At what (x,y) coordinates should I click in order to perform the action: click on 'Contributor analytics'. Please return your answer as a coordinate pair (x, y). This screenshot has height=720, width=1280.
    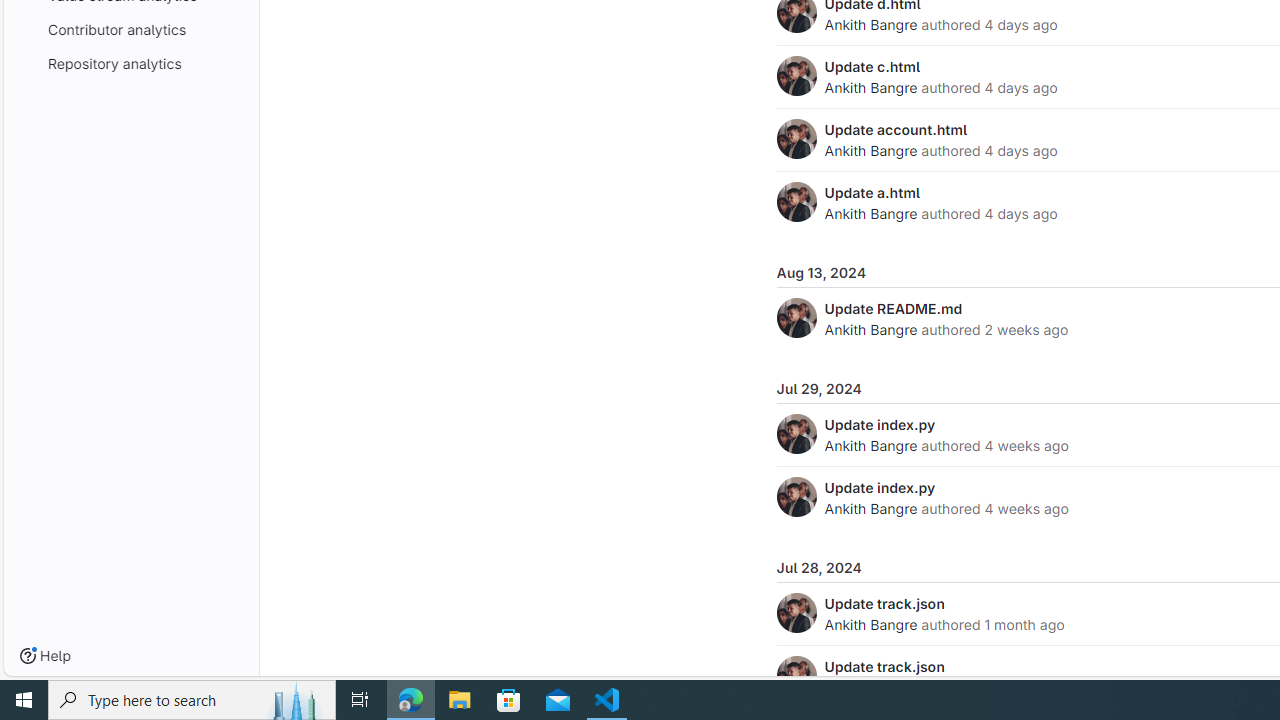
    Looking at the image, I should click on (130, 28).